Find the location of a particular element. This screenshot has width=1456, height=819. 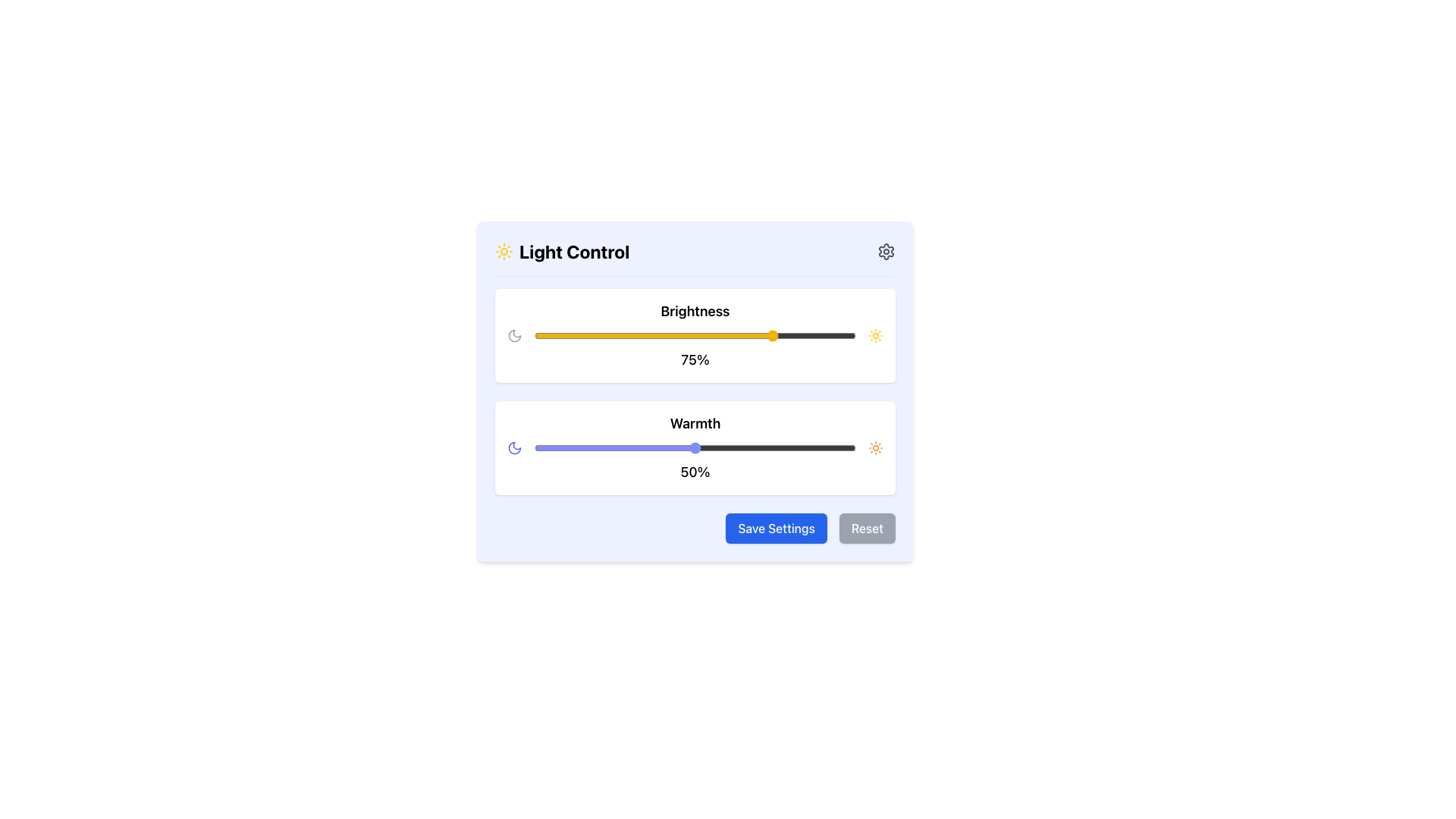

warmth is located at coordinates (647, 447).